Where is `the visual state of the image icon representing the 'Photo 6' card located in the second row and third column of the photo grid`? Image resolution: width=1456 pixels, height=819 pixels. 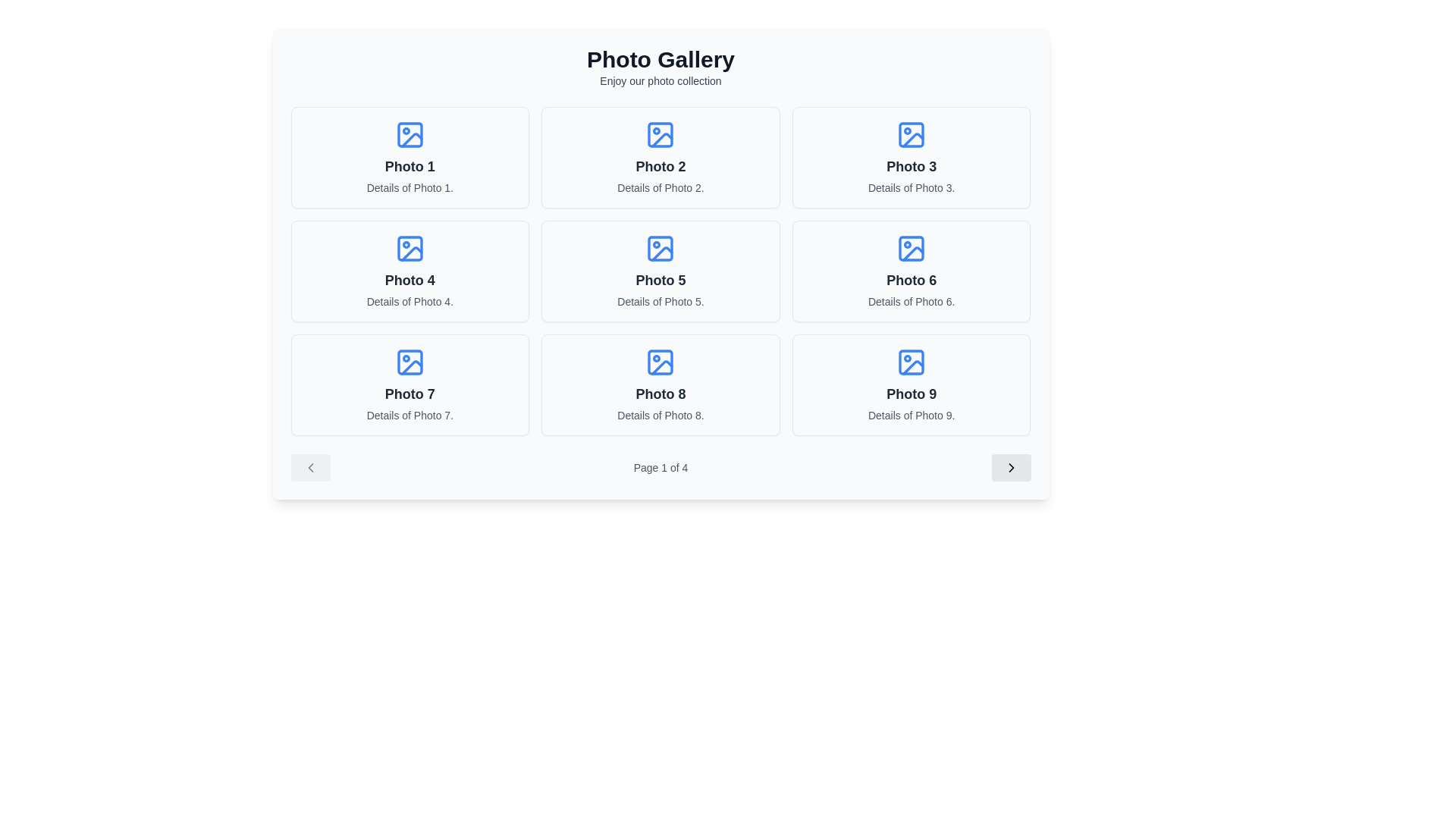
the visual state of the image icon representing the 'Photo 6' card located in the second row and third column of the photo grid is located at coordinates (911, 247).